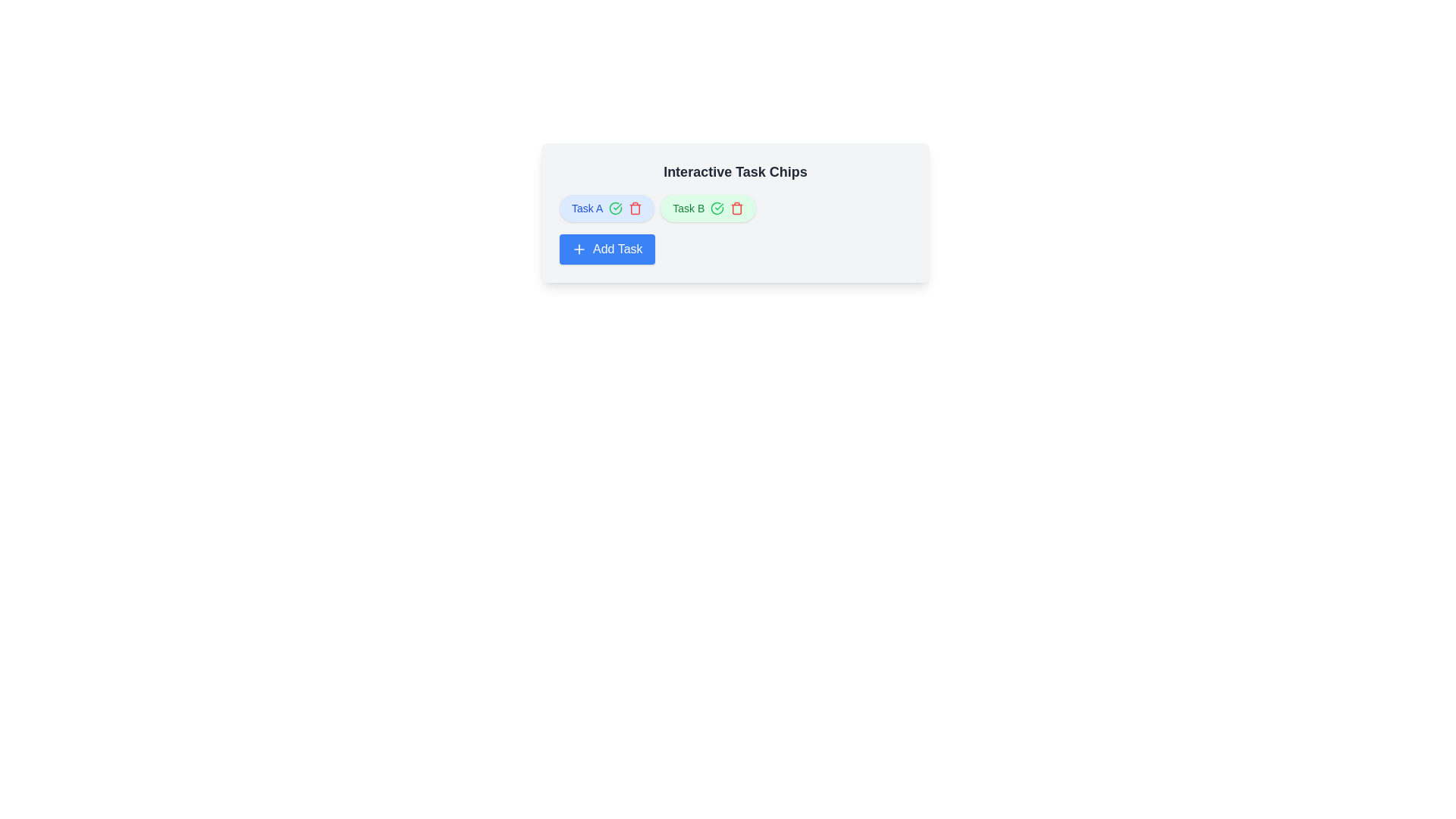 The image size is (1456, 819). What do you see at coordinates (607, 248) in the screenshot?
I see `the blue 'Add Task' button with white text and a '+' icon` at bounding box center [607, 248].